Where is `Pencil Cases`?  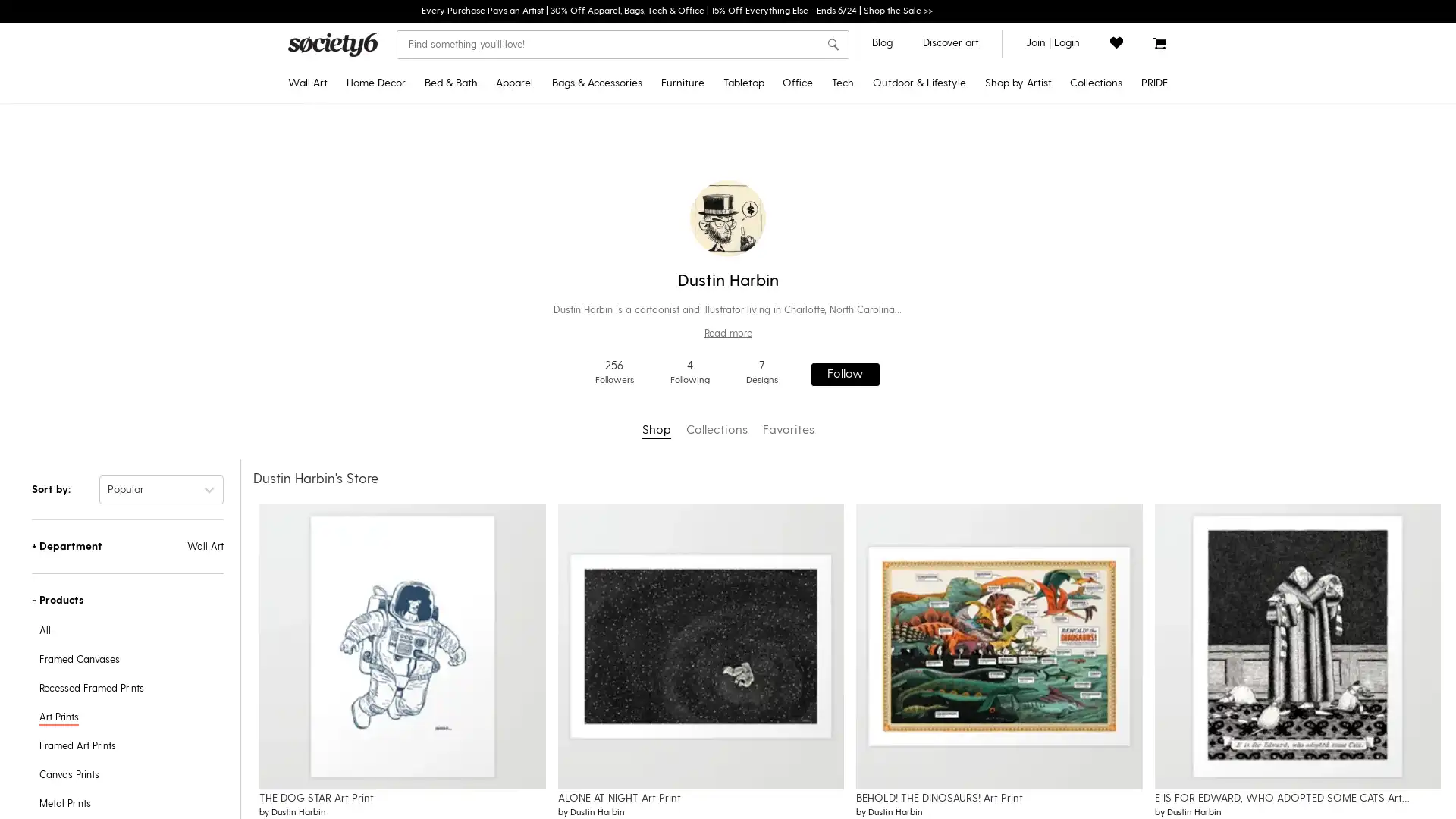
Pencil Cases is located at coordinates (835, 268).